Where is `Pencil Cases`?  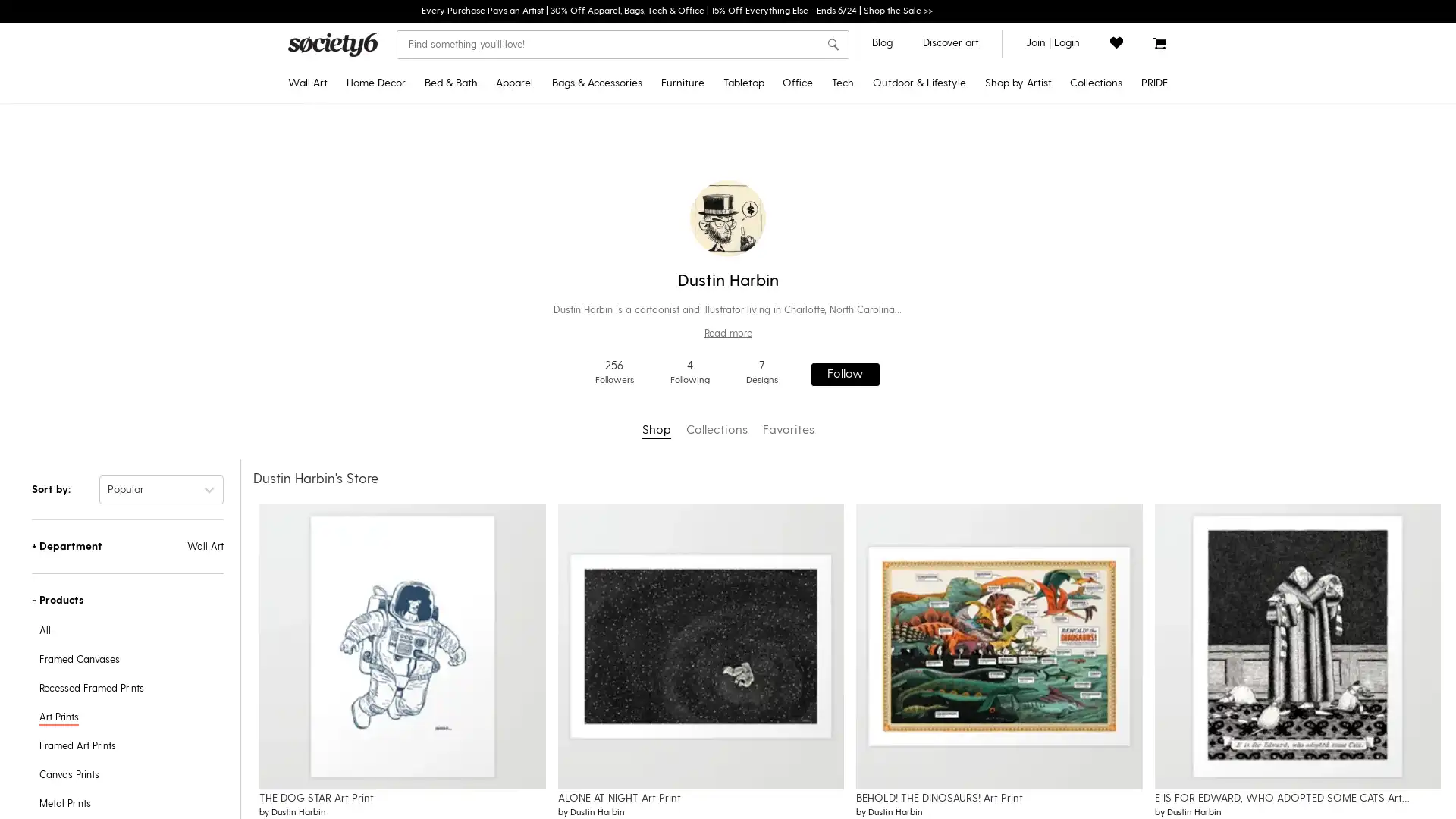
Pencil Cases is located at coordinates (835, 268).